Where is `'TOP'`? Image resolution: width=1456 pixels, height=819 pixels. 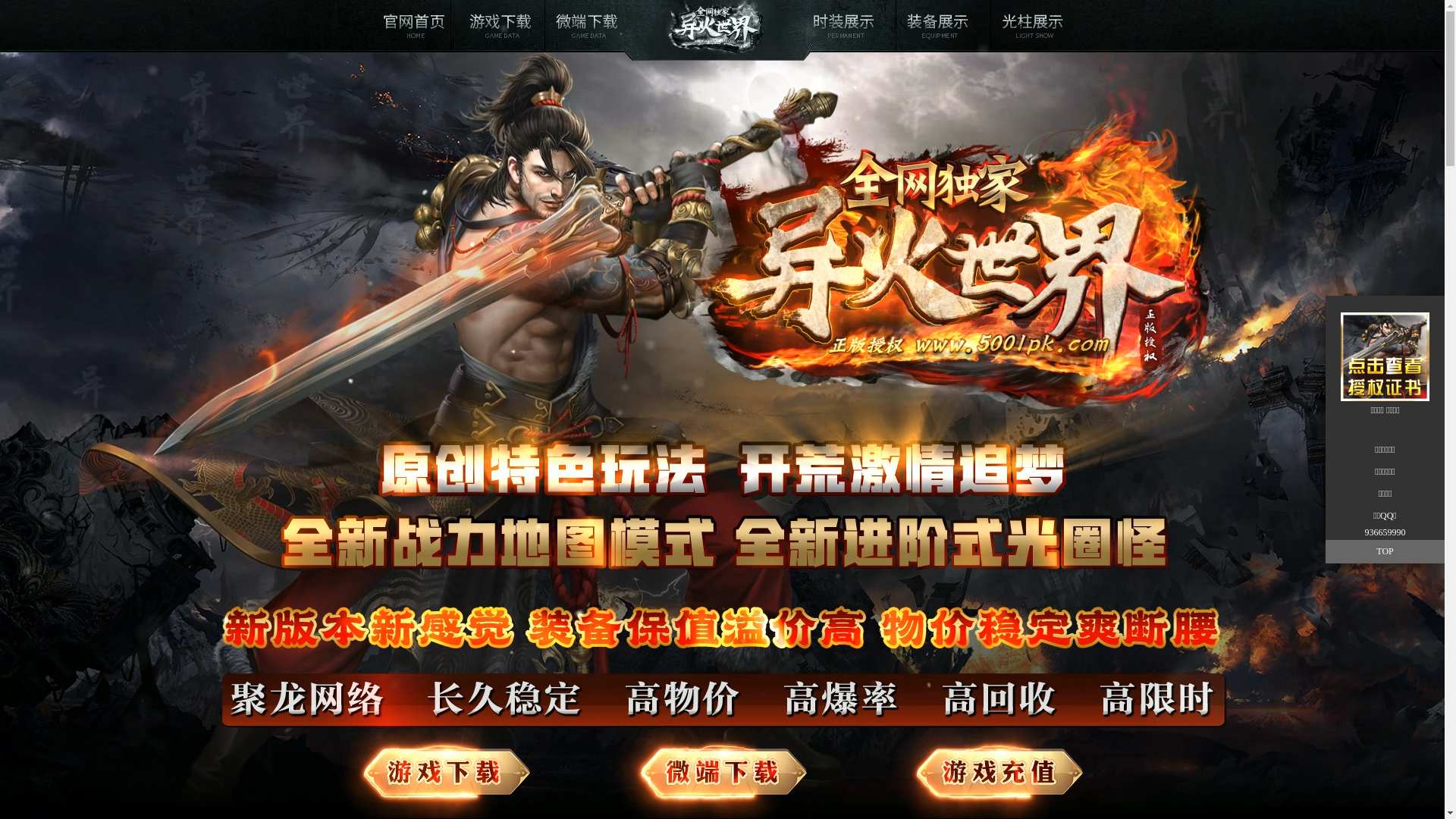 'TOP' is located at coordinates (1324, 551).